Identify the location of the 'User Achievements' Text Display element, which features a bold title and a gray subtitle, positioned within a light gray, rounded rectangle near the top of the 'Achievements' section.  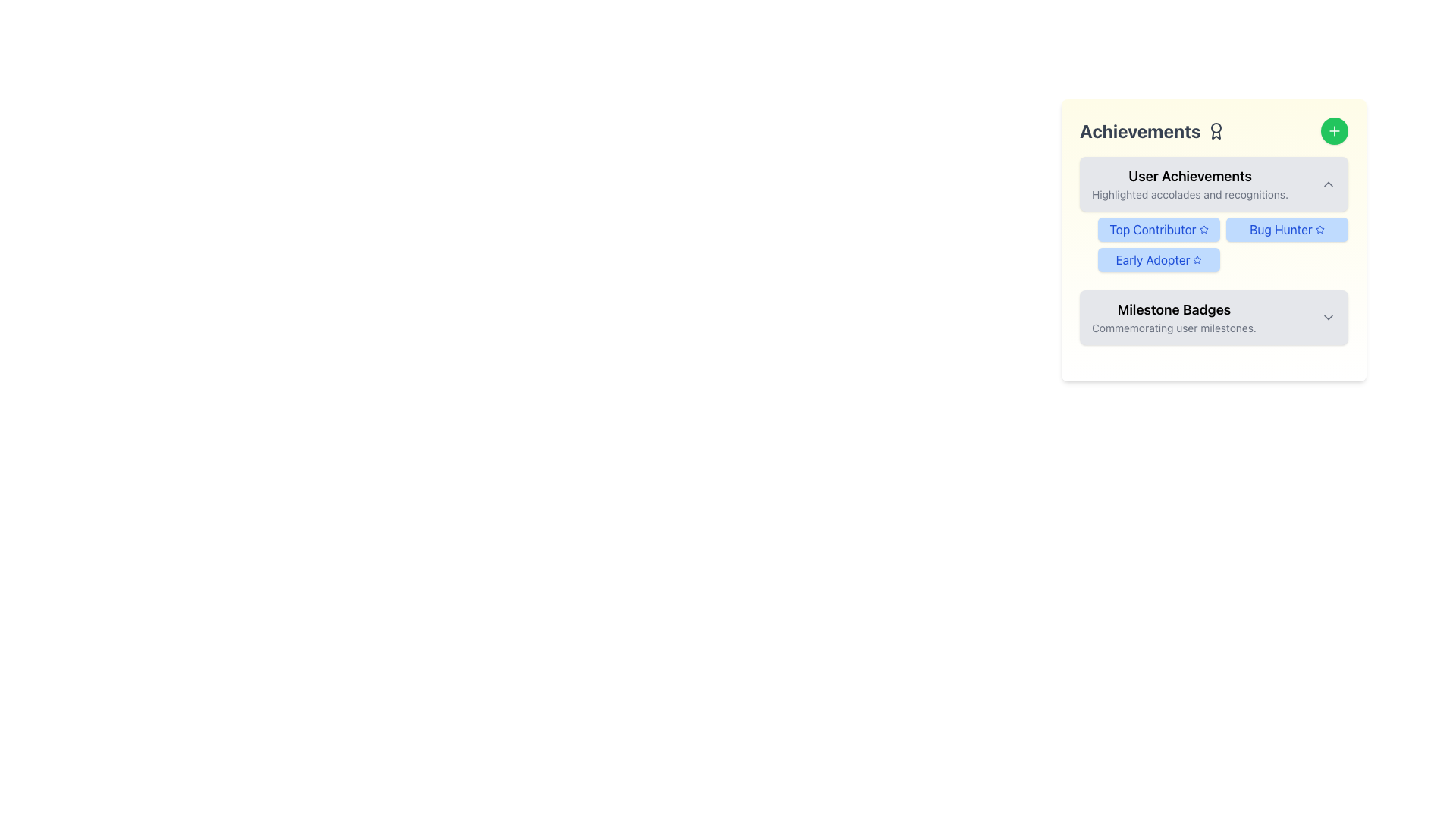
(1189, 184).